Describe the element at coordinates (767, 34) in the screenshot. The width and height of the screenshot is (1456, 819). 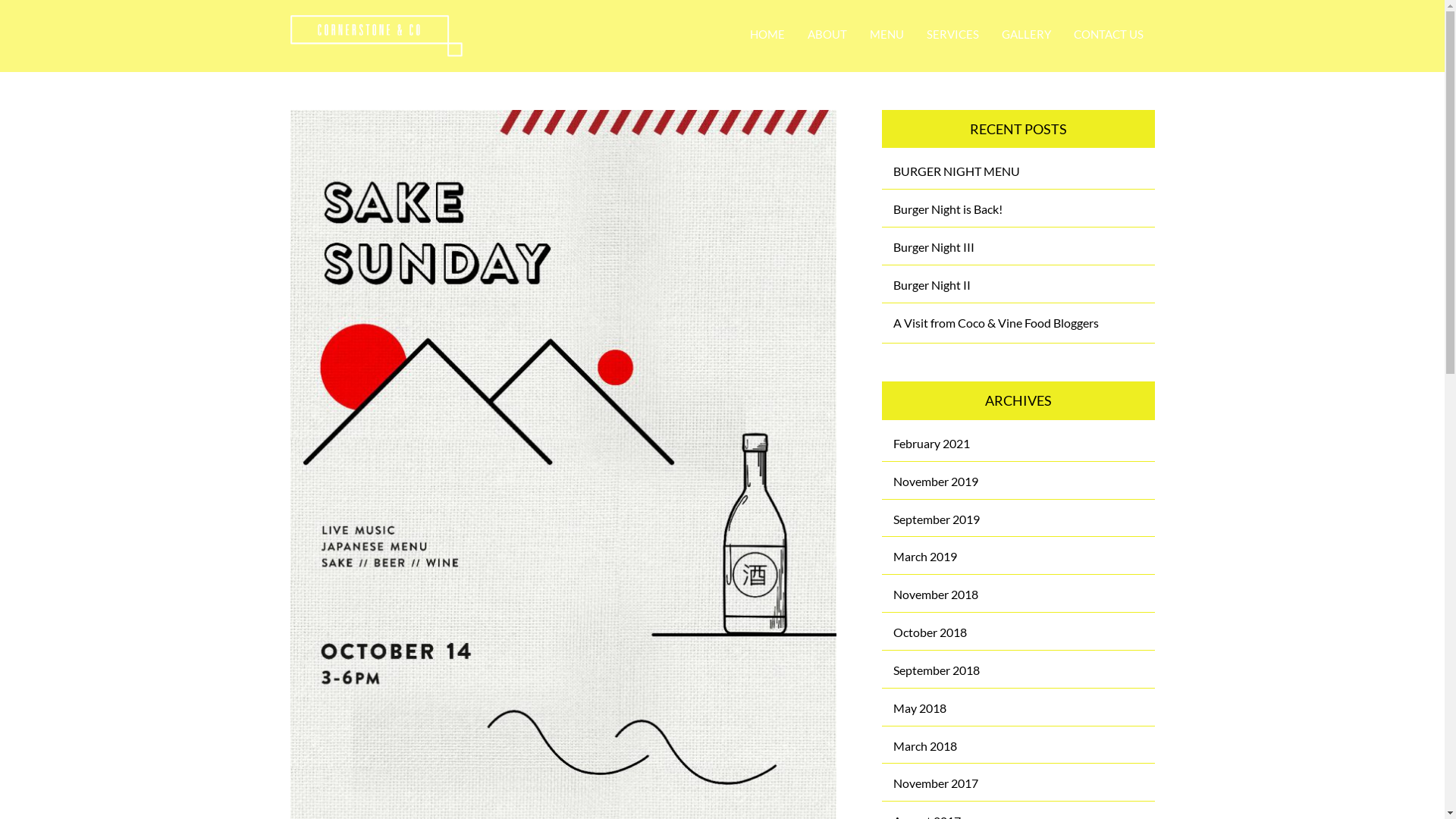
I see `'HOME'` at that location.